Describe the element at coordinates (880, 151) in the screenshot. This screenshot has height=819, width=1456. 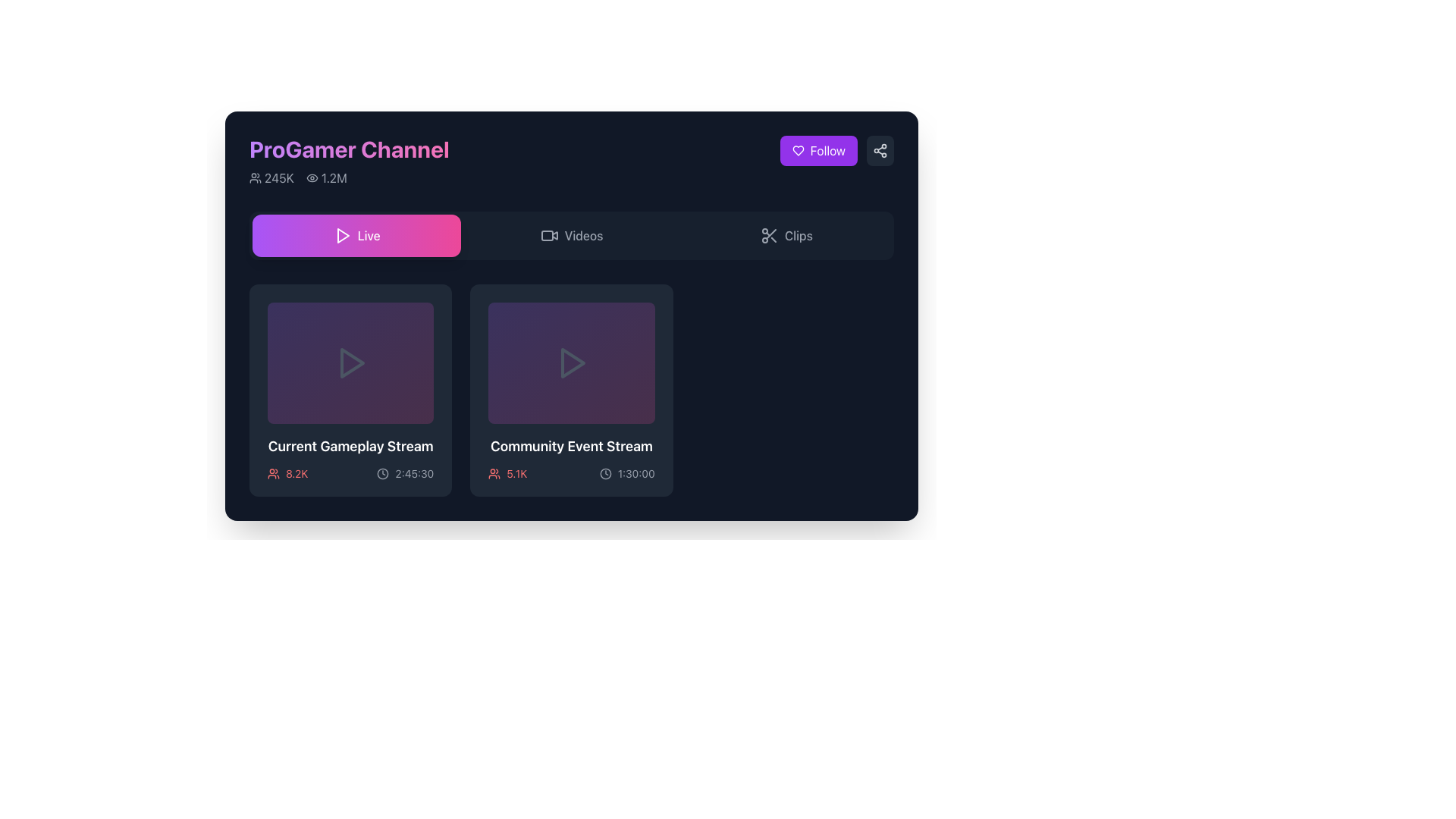
I see `the small button with a share icon, which is the rightmost button in the group of action buttons` at that location.